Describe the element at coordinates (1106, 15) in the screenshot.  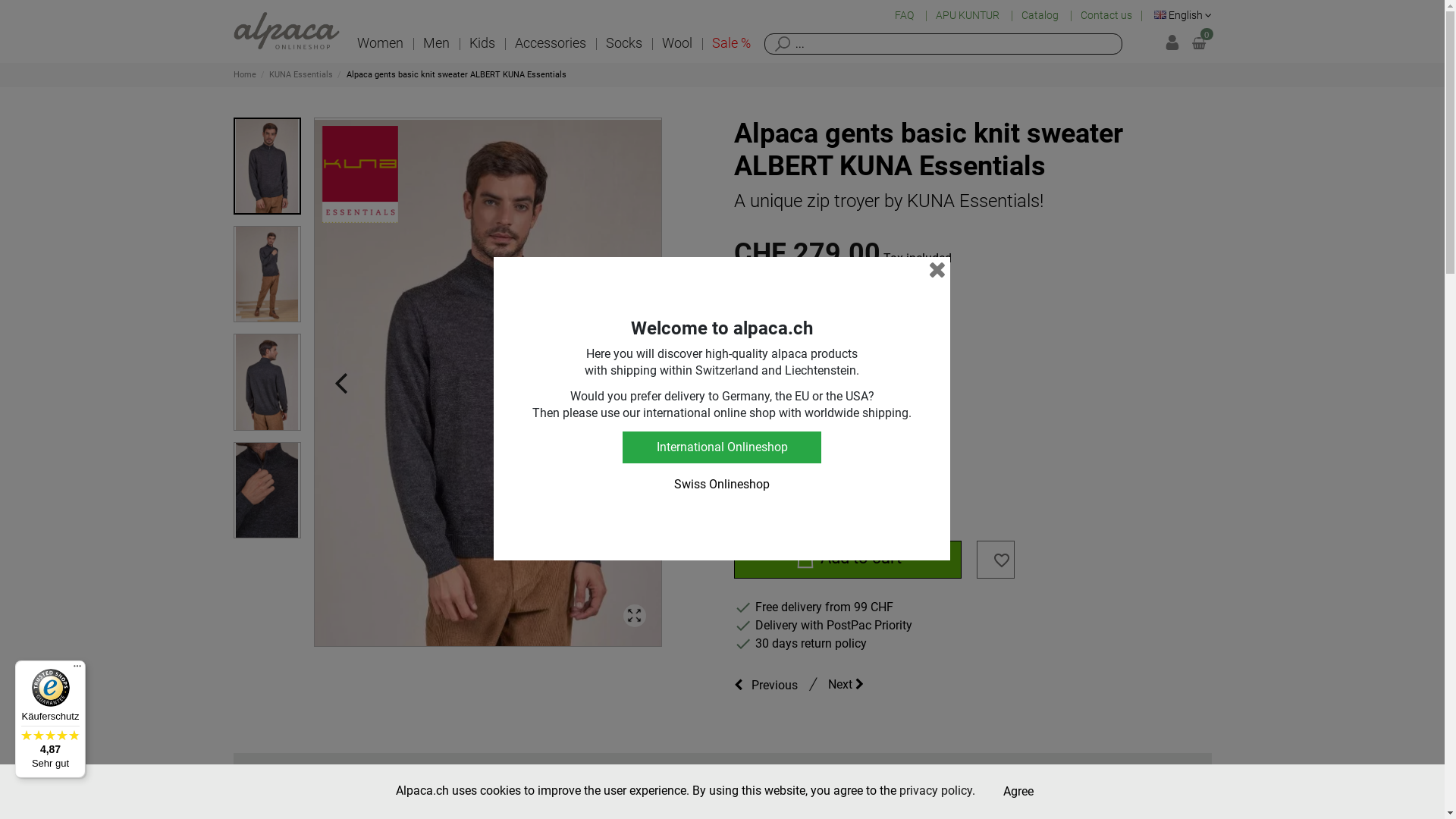
I see `'Contact us'` at that location.